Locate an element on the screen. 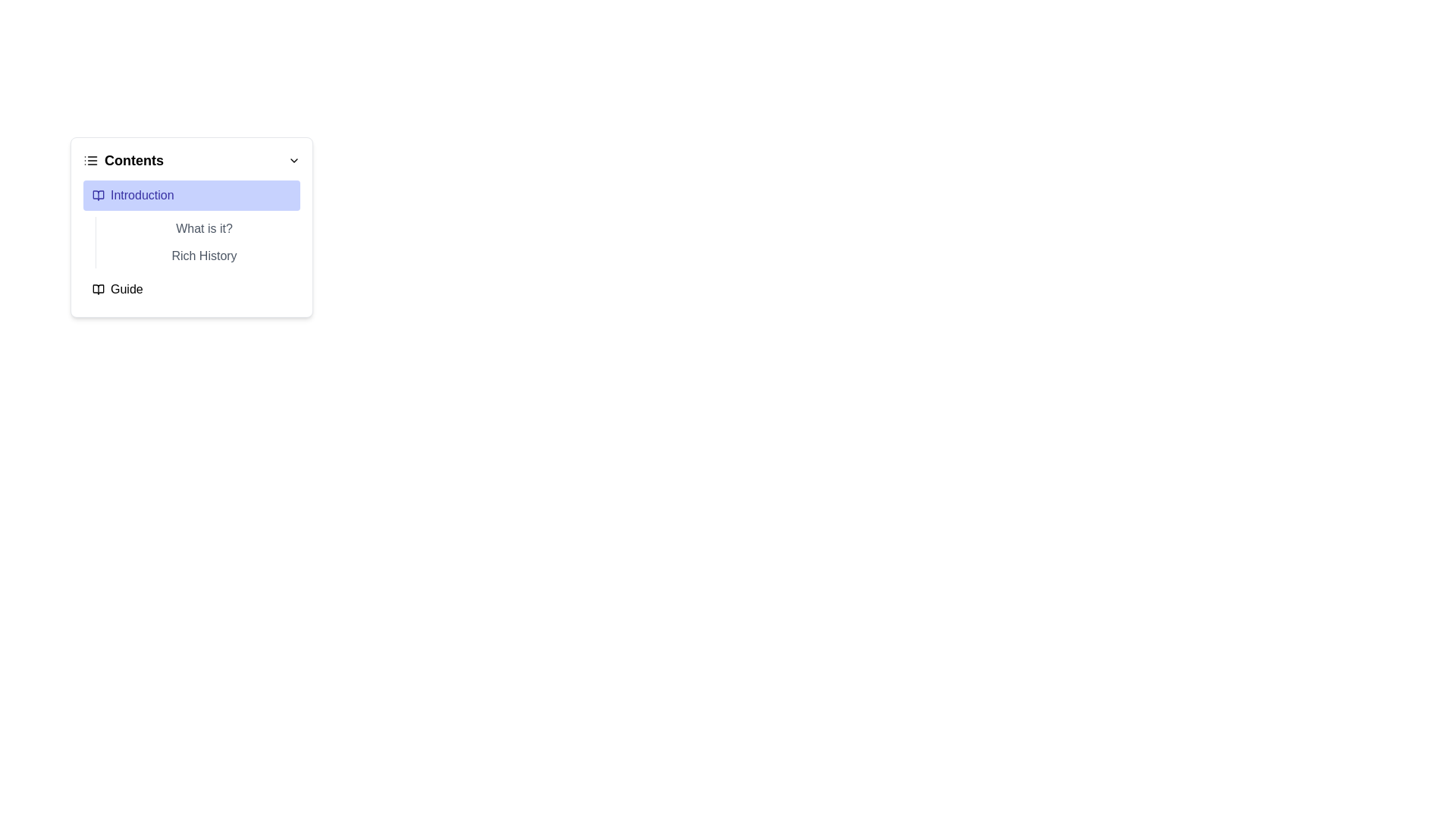 The height and width of the screenshot is (819, 1456). the open book icon styled with modern line-art design, located to the left of the 'Introduction' text in the vertical menu is located at coordinates (97, 195).